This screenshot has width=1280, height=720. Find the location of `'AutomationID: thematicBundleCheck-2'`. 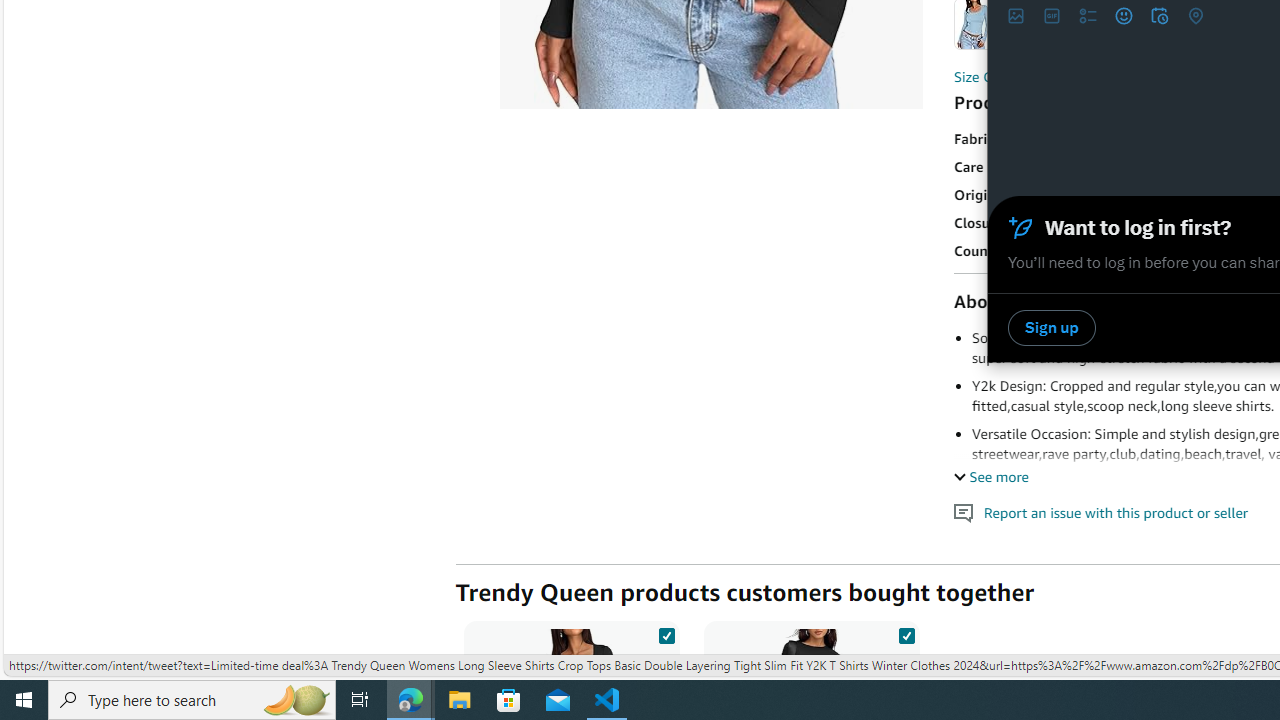

'AutomationID: thematicBundleCheck-2' is located at coordinates (905, 632).